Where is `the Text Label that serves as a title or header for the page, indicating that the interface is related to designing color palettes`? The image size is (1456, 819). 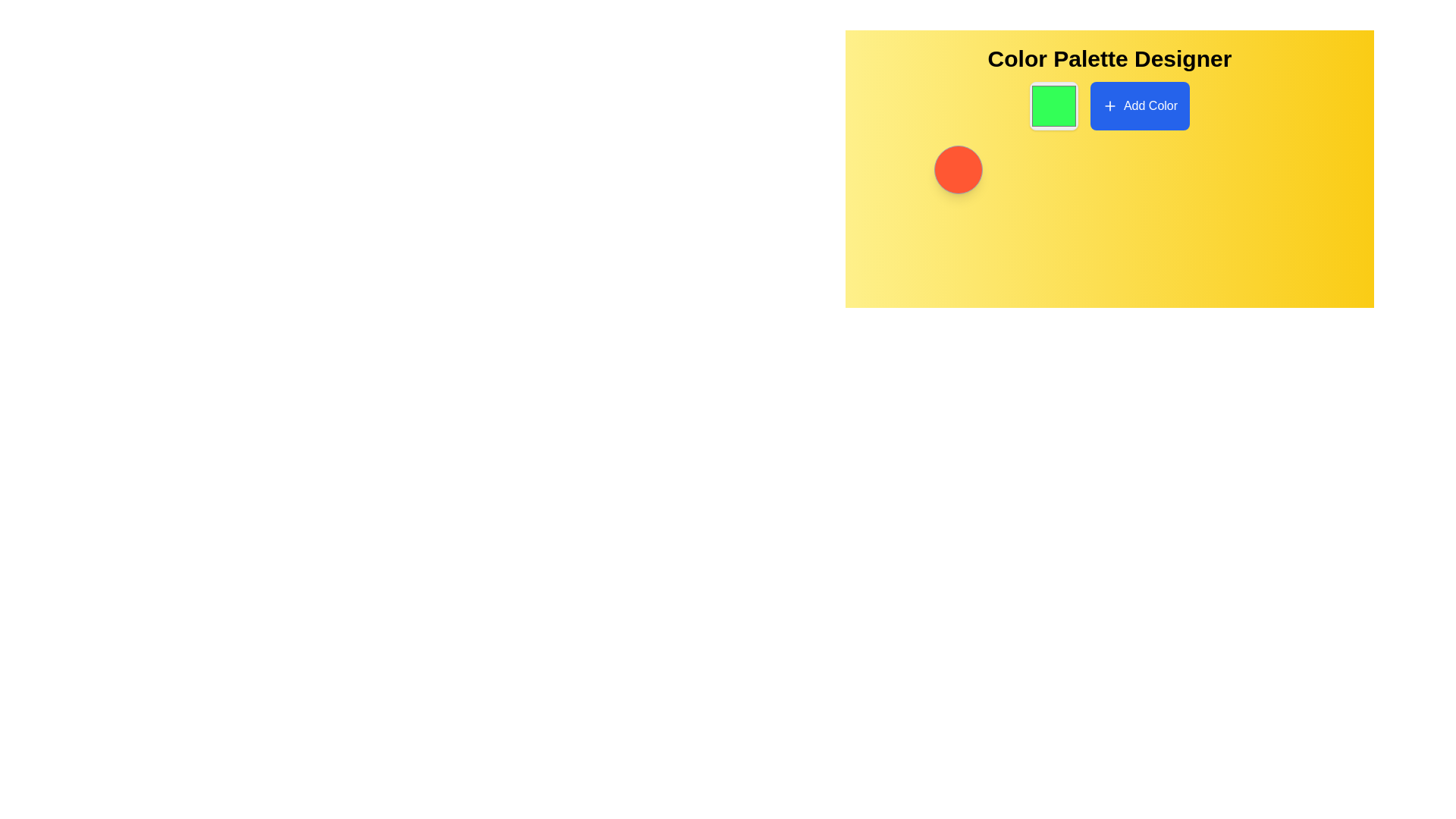
the Text Label that serves as a title or header for the page, indicating that the interface is related to designing color palettes is located at coordinates (1109, 58).